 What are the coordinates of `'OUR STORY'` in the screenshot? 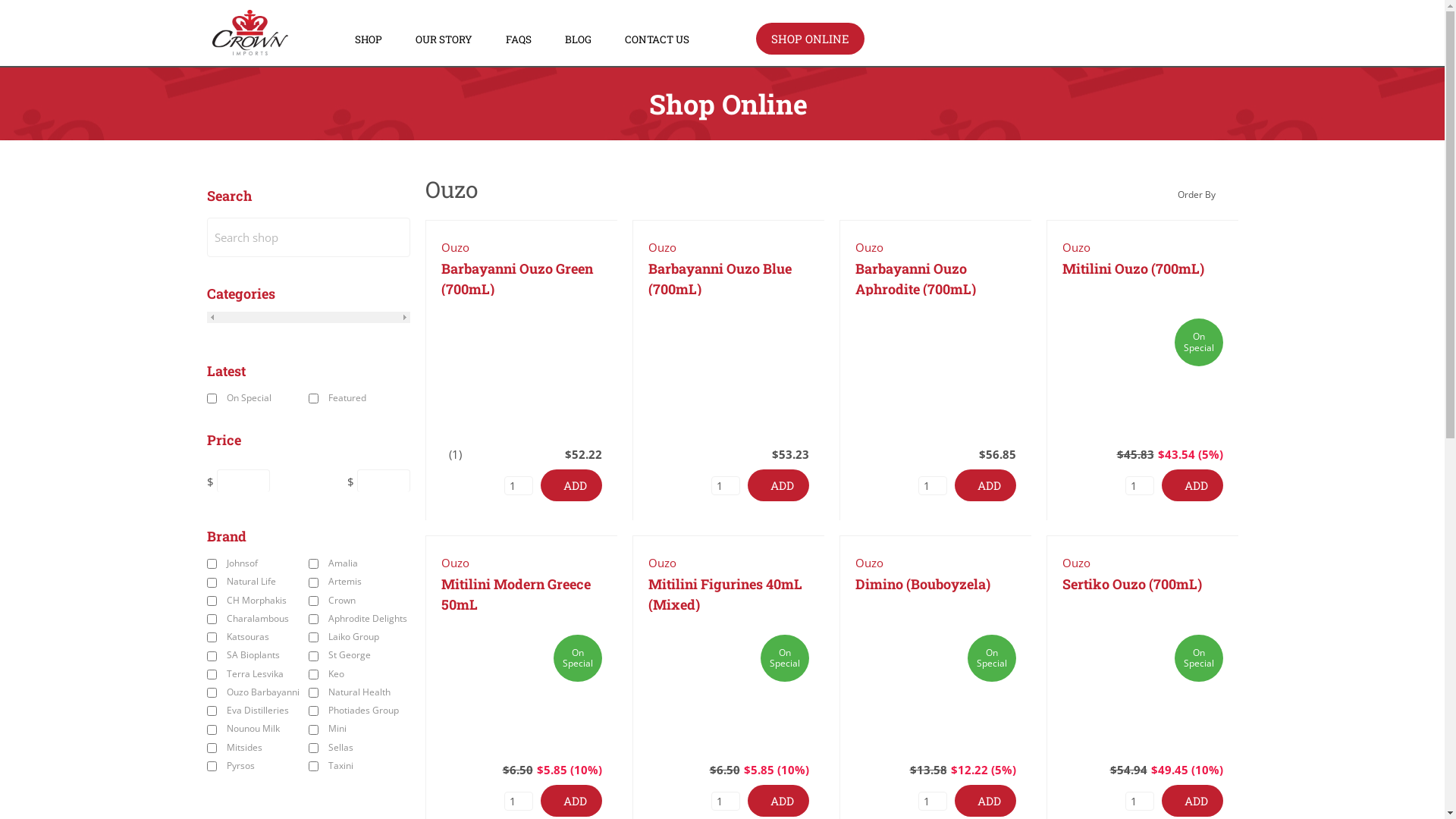 It's located at (415, 39).